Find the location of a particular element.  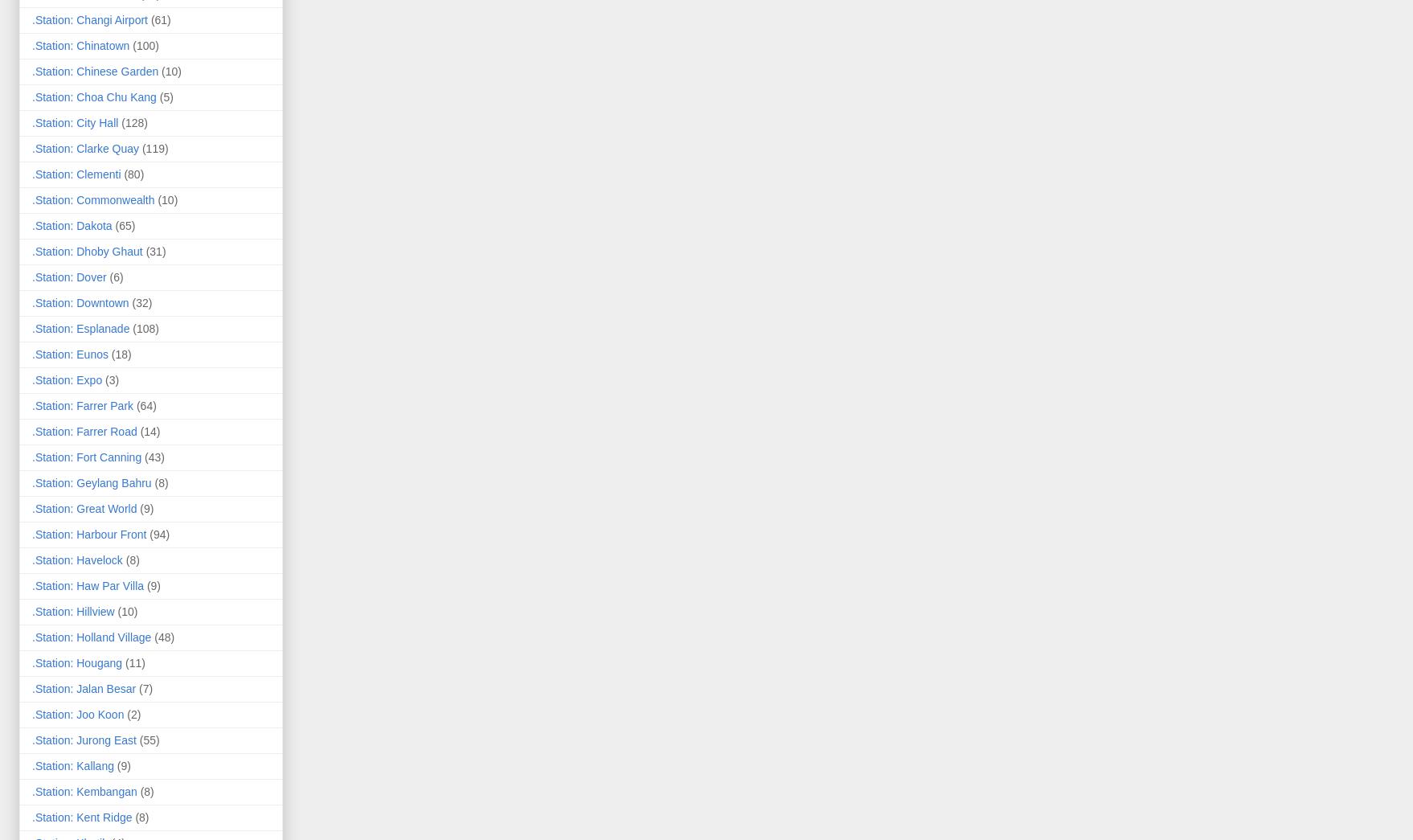

'.Station: Hougang' is located at coordinates (76, 661).